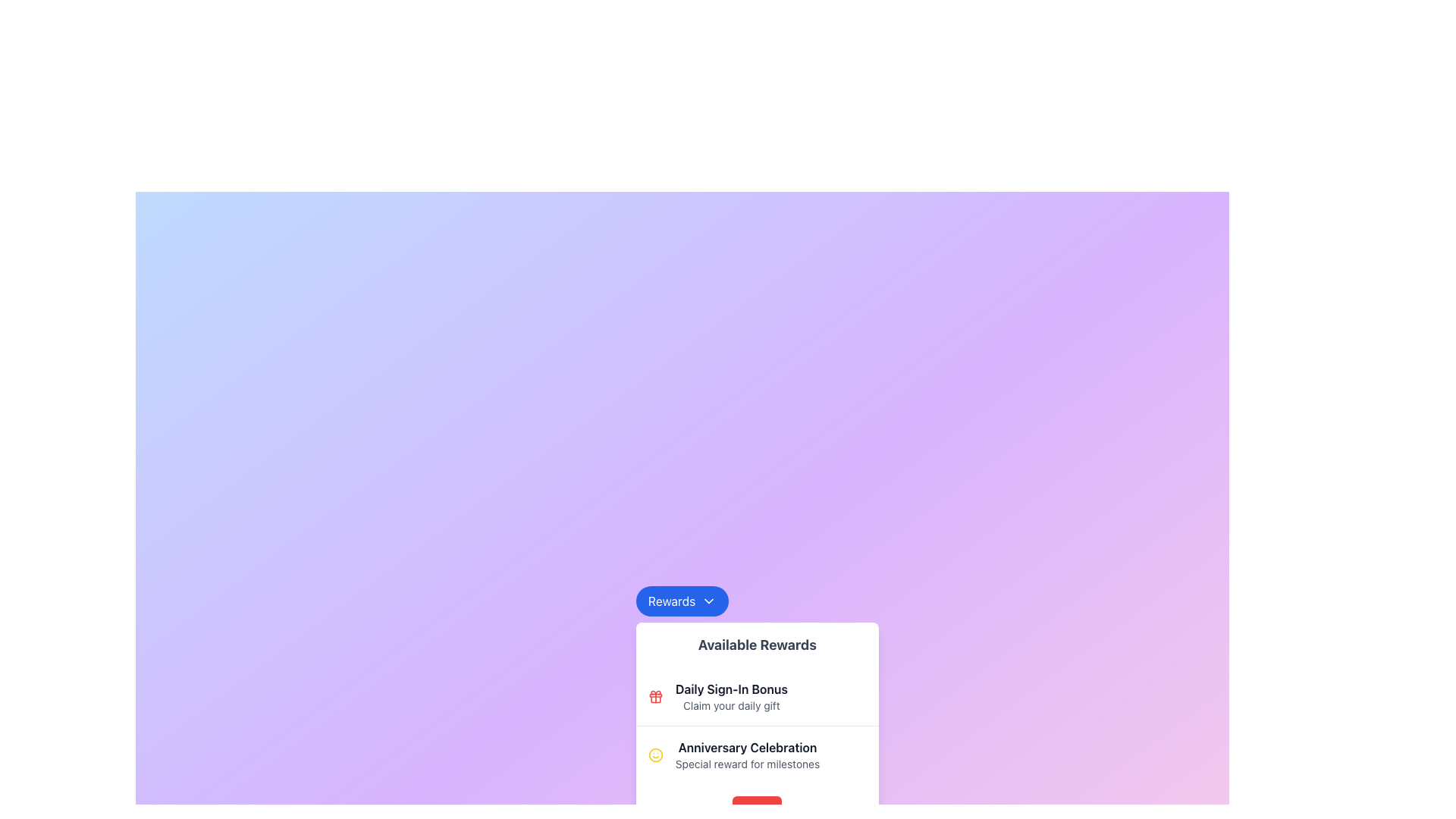 The width and height of the screenshot is (1456, 819). Describe the element at coordinates (748, 764) in the screenshot. I see `the text label that reads 'Special reward for milestones', which is styled with a small-sized font in light gray color and positioned below the title 'Anniversary Celebration' in the 'Available Rewards' section` at that location.